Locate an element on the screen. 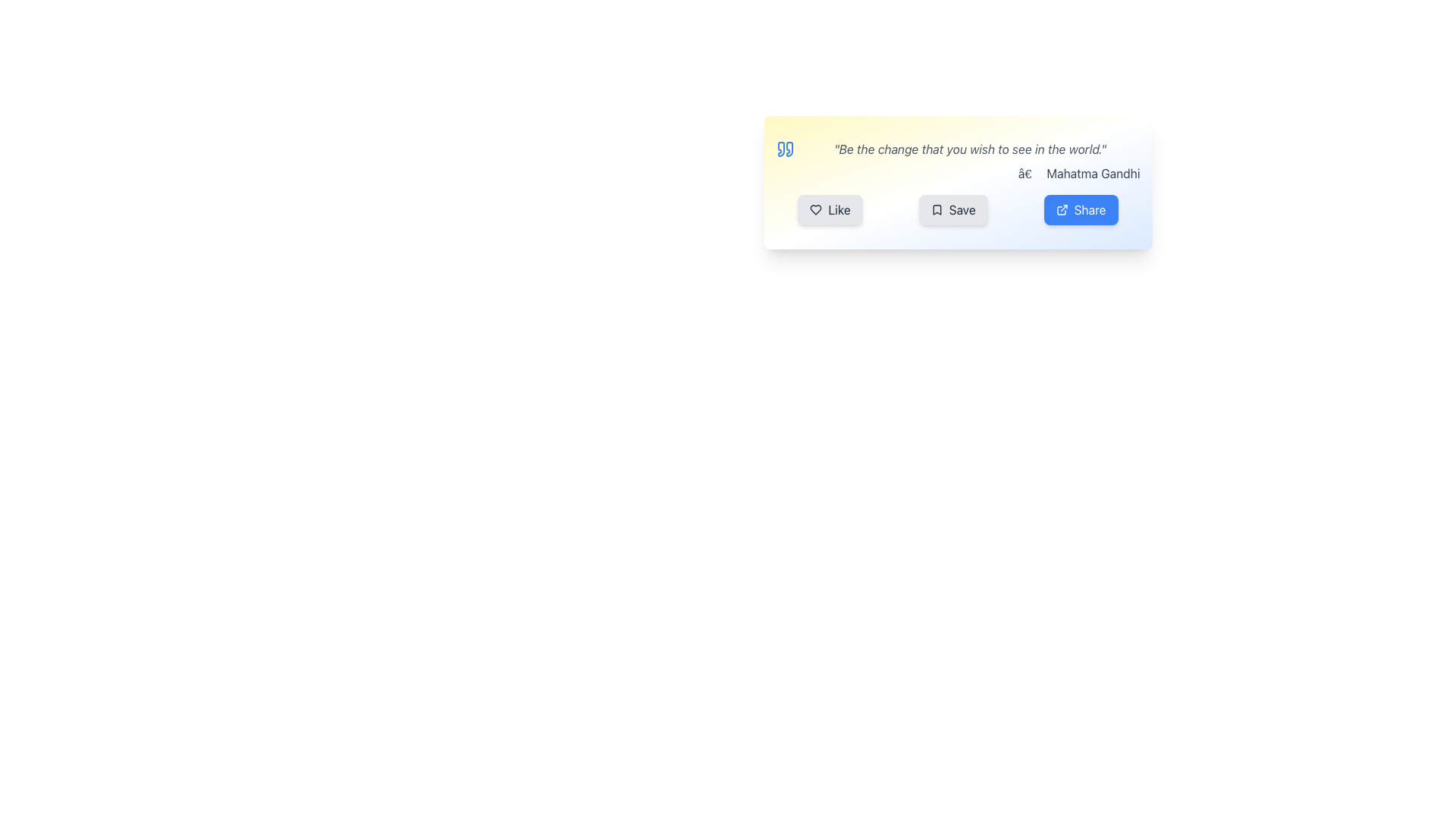  the heart icon embedded in the 'Like' button to like the quote is located at coordinates (815, 210).